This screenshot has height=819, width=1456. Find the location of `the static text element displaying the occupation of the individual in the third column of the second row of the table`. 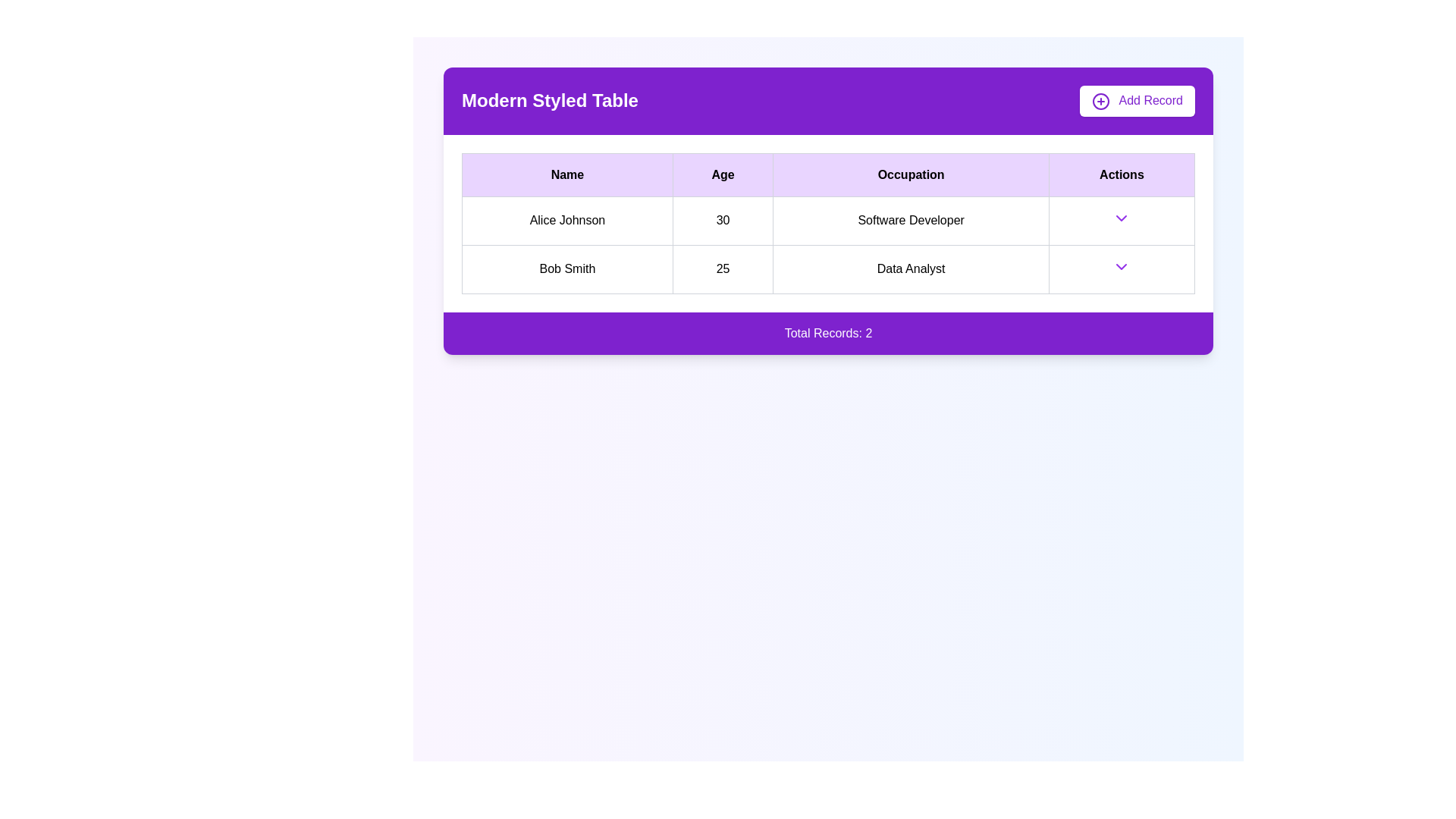

the static text element displaying the occupation of the individual in the third column of the second row of the table is located at coordinates (910, 268).